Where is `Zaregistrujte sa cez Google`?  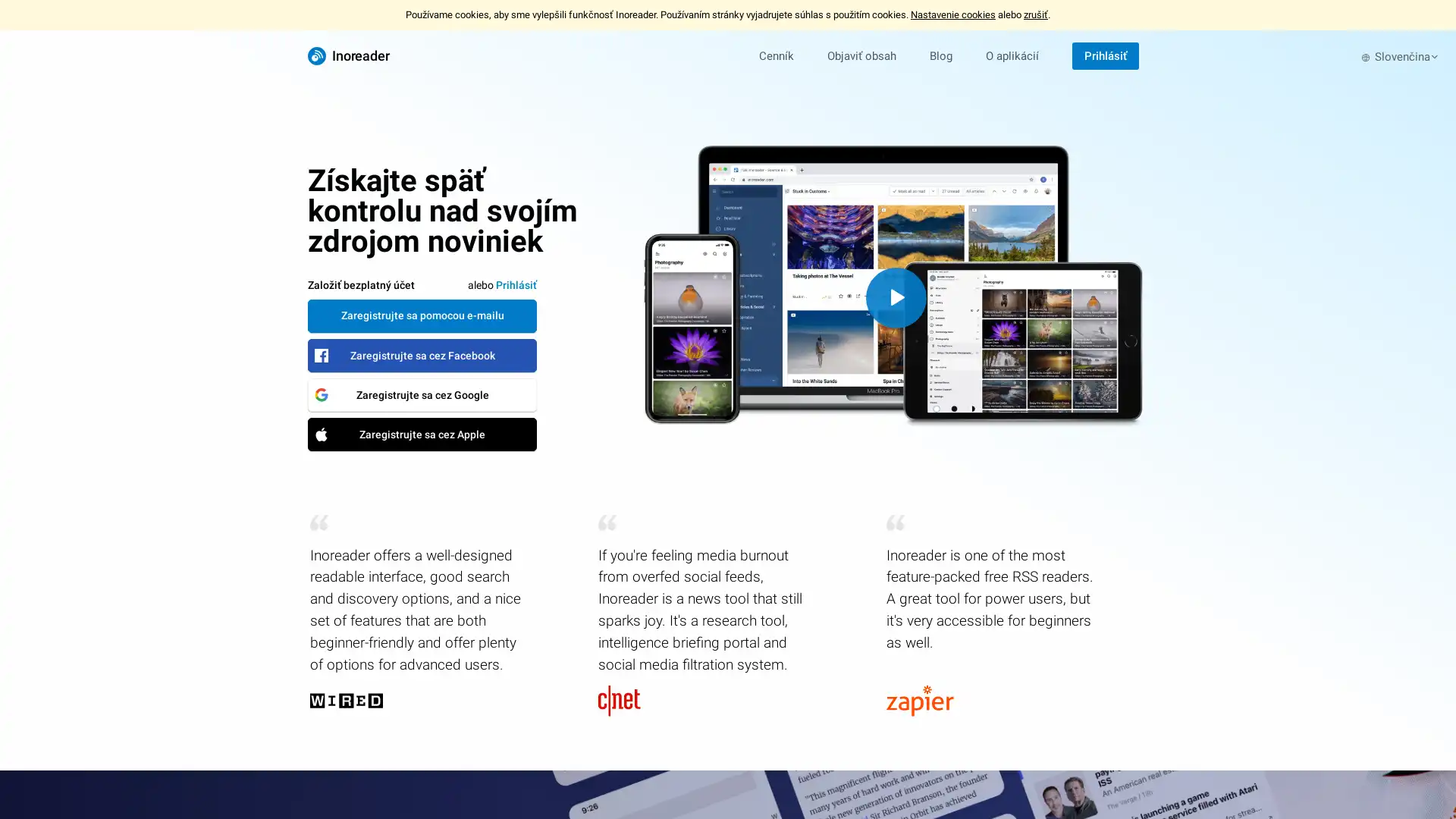
Zaregistrujte sa cez Google is located at coordinates (422, 394).